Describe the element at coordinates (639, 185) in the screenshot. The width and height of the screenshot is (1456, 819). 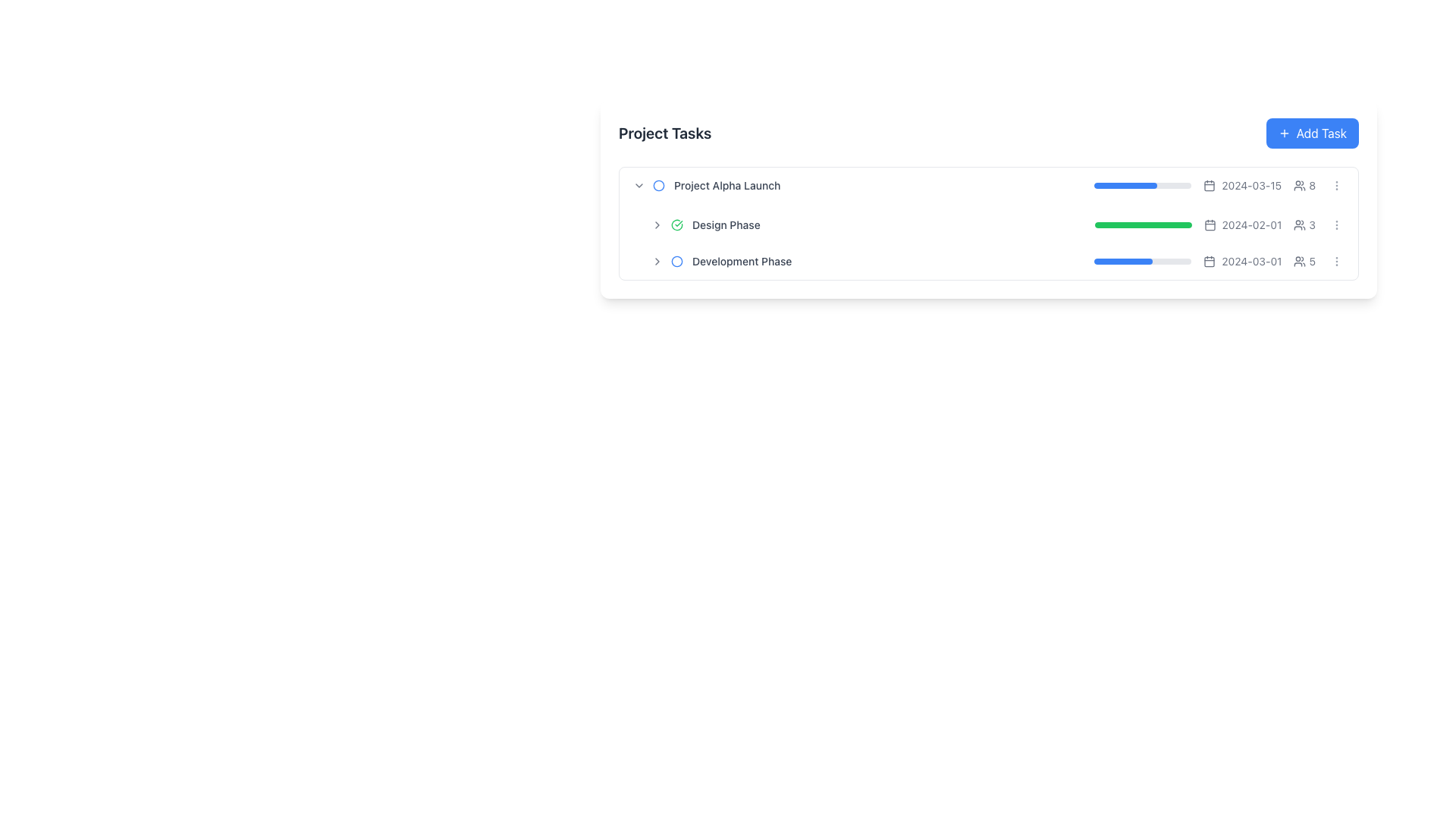
I see `the downward-pointing chevron icon` at that location.